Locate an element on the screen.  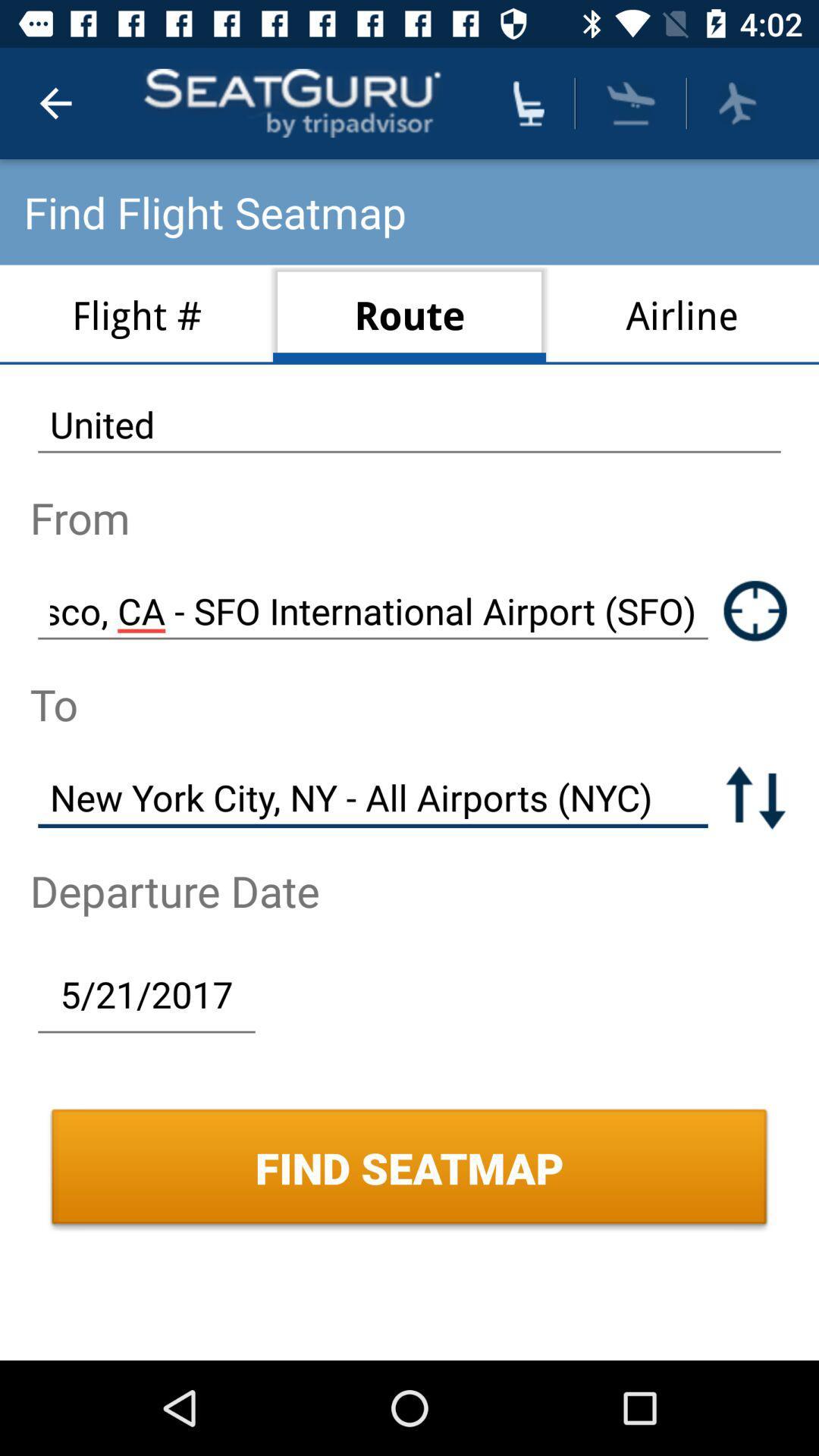
upward down ward option is located at coordinates (755, 796).